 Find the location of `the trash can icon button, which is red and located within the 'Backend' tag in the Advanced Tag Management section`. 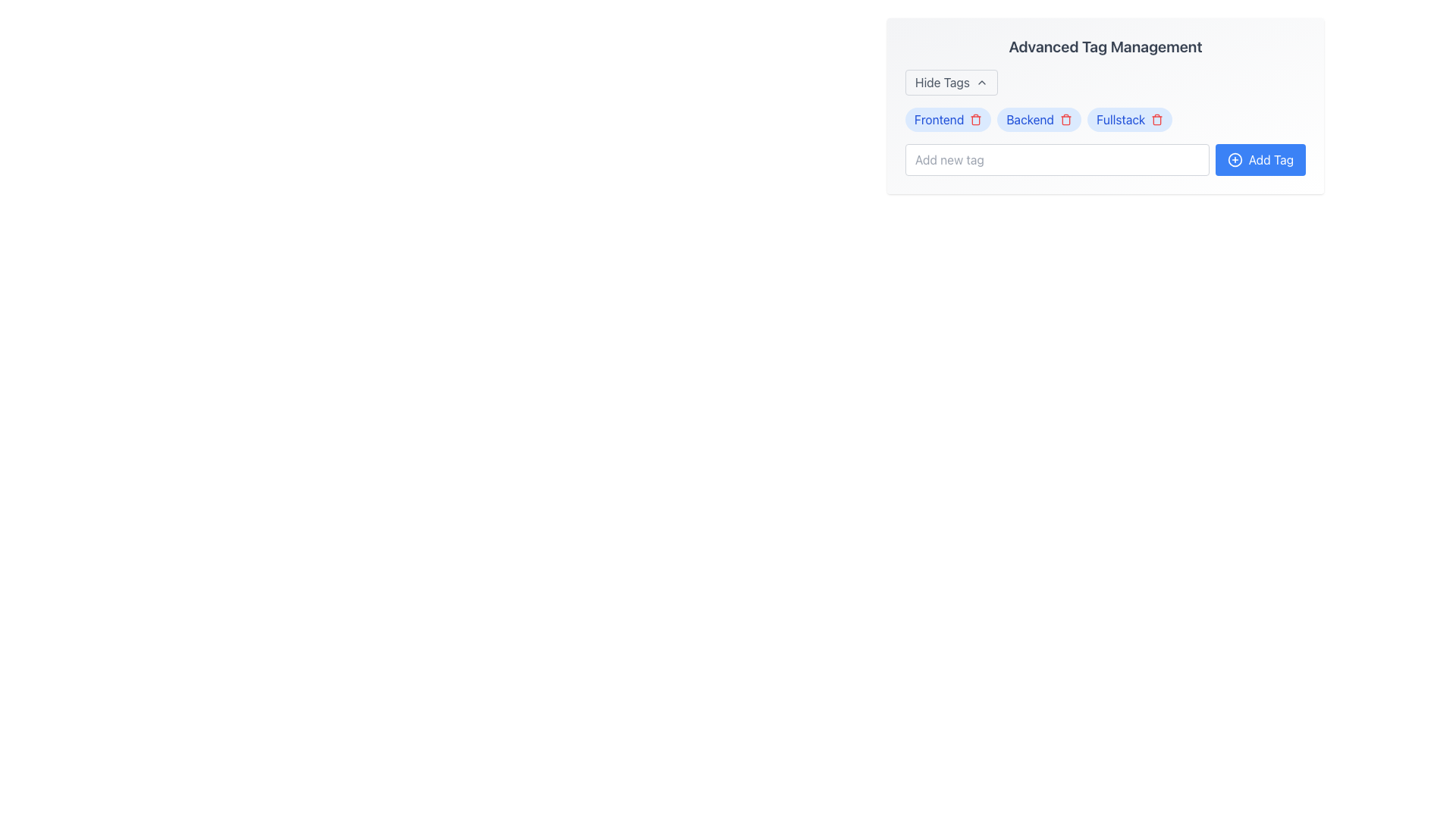

the trash can icon button, which is red and located within the 'Backend' tag in the Advanced Tag Management section is located at coordinates (1065, 119).